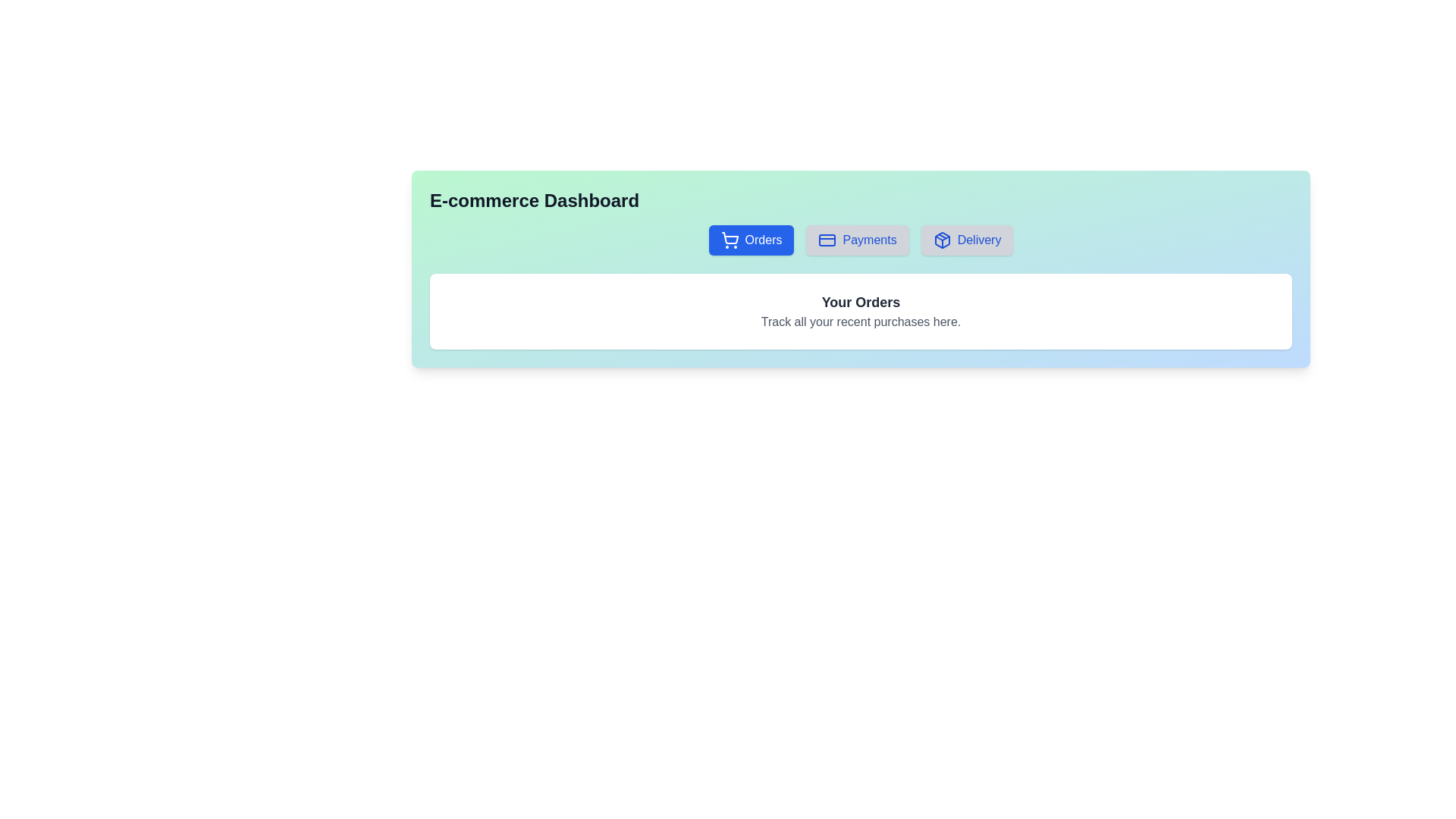 The width and height of the screenshot is (1456, 819). What do you see at coordinates (941, 239) in the screenshot?
I see `the 'Delivery' icon located in the upper right section of the interface` at bounding box center [941, 239].